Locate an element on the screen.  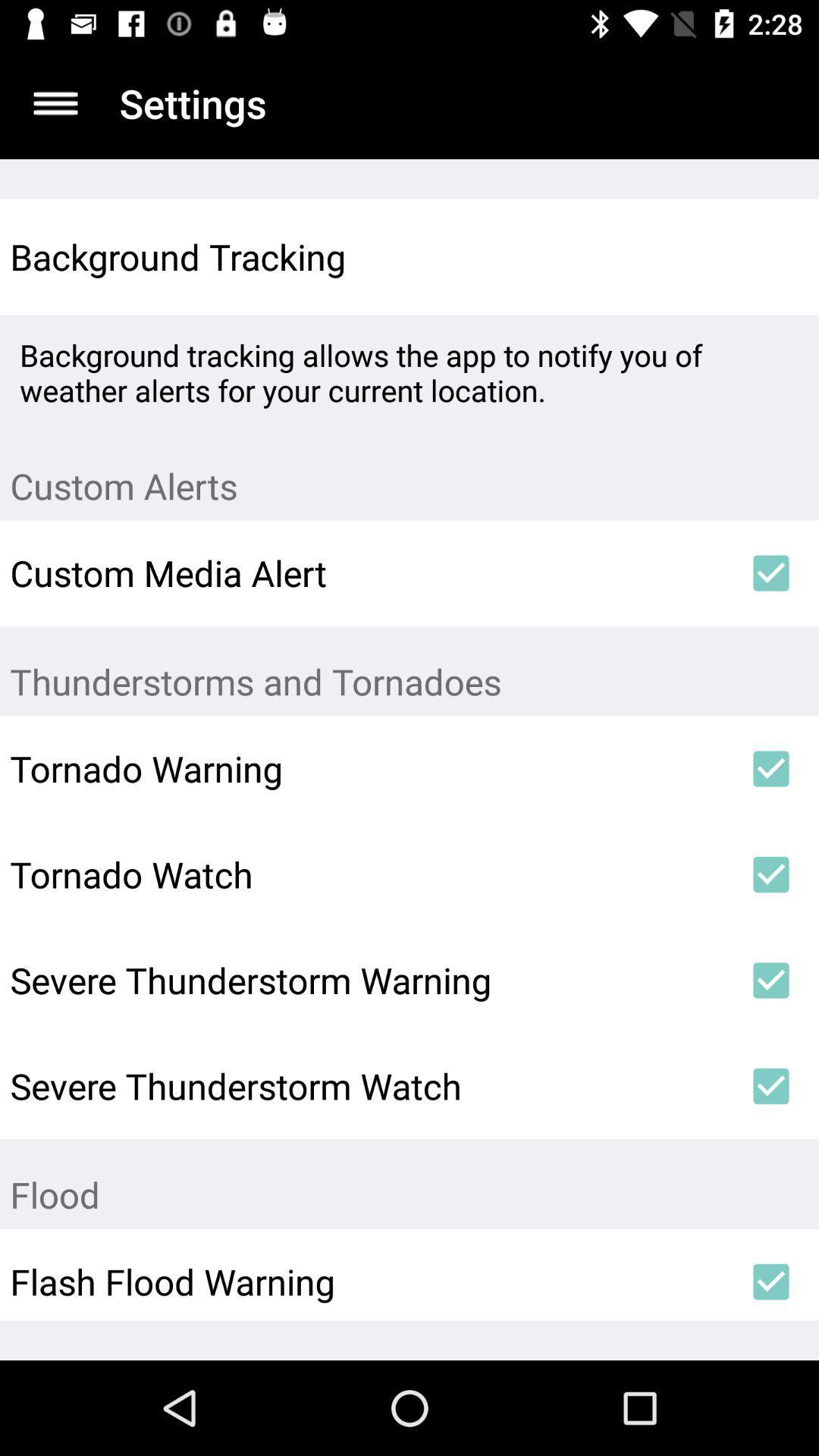
the item to the right of background tracking is located at coordinates (771, 257).